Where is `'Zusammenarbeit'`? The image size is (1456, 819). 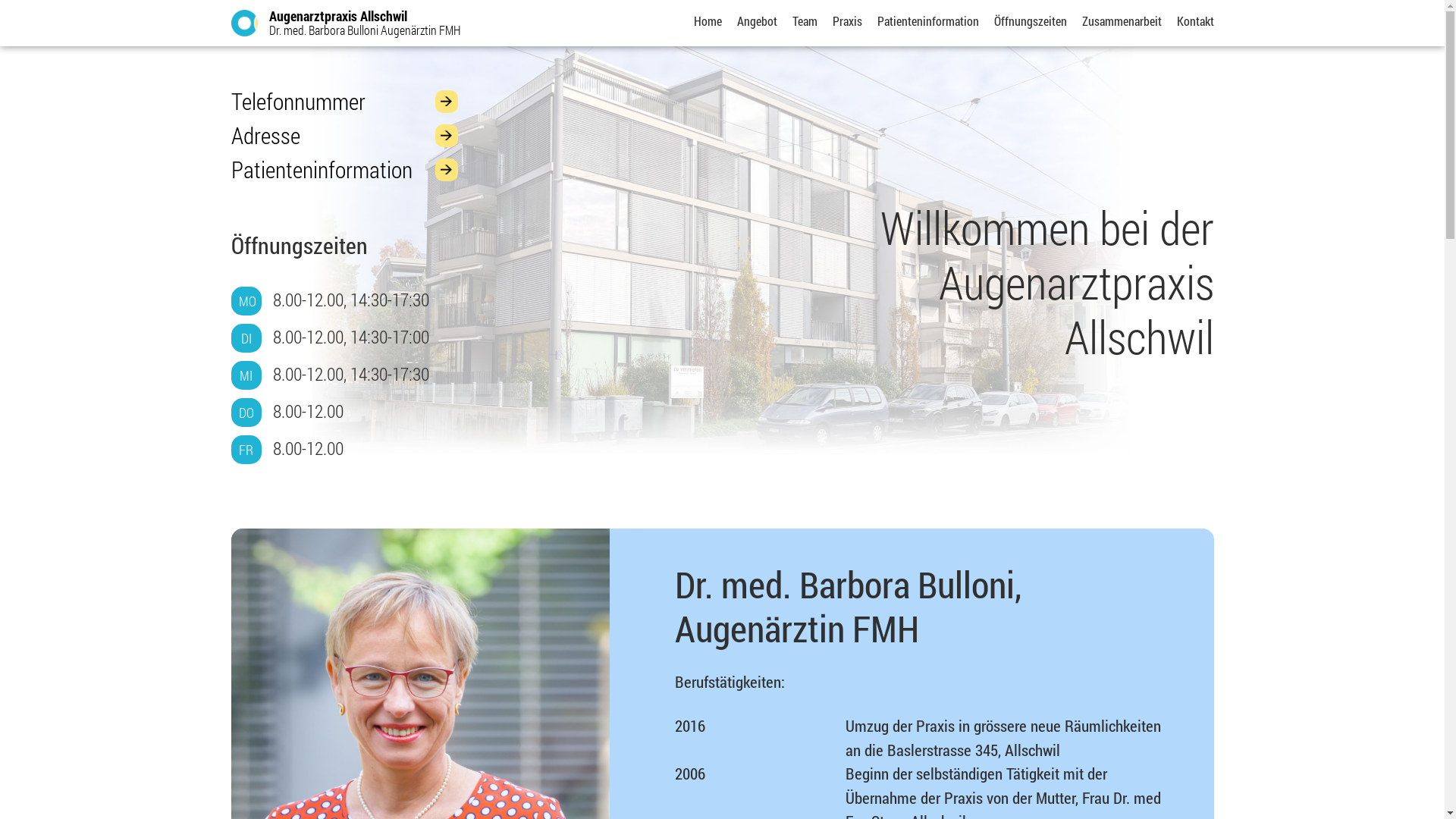
'Zusammenarbeit' is located at coordinates (1121, 20).